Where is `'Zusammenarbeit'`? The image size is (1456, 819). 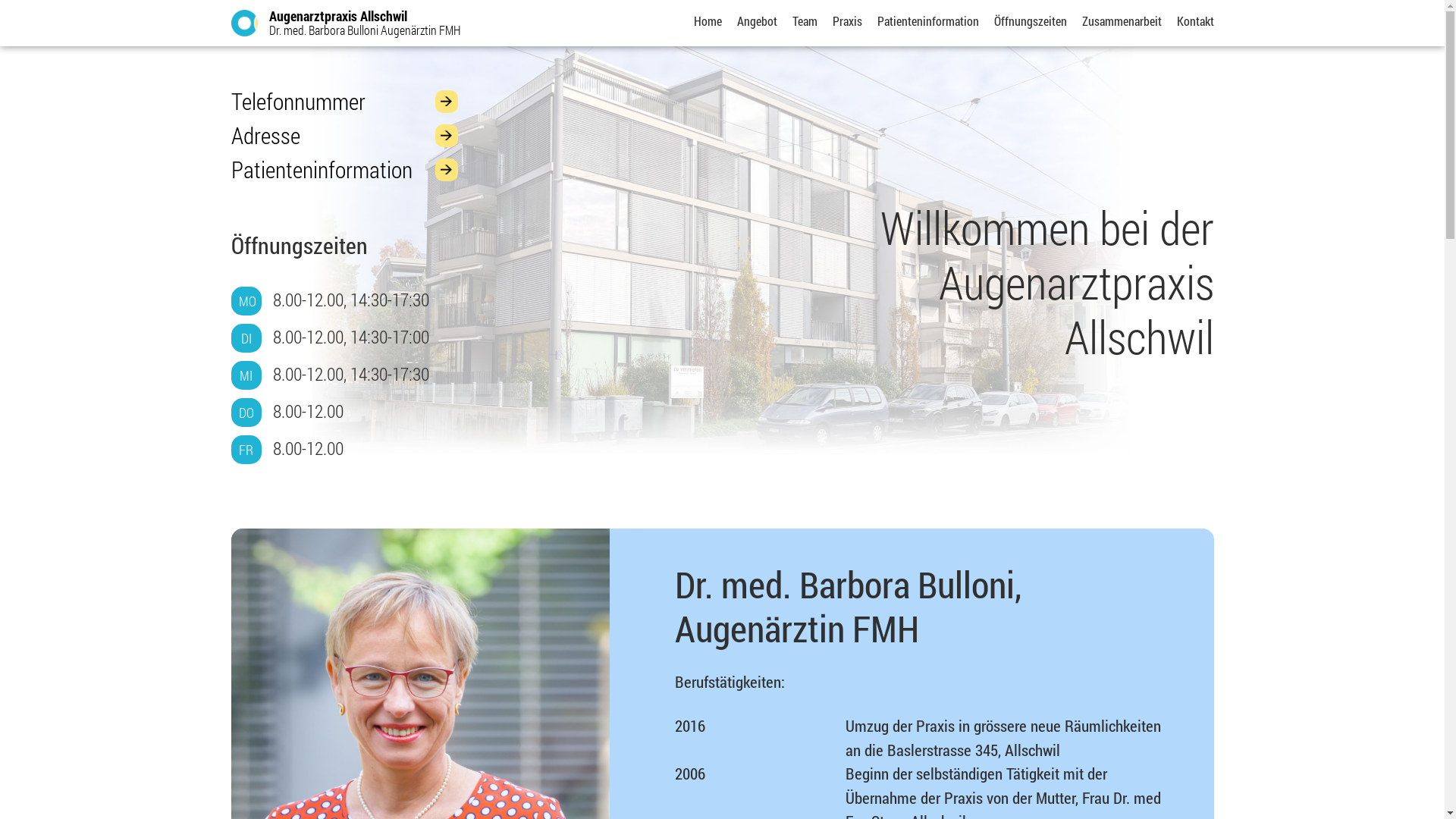
'Zusammenarbeit' is located at coordinates (1121, 20).